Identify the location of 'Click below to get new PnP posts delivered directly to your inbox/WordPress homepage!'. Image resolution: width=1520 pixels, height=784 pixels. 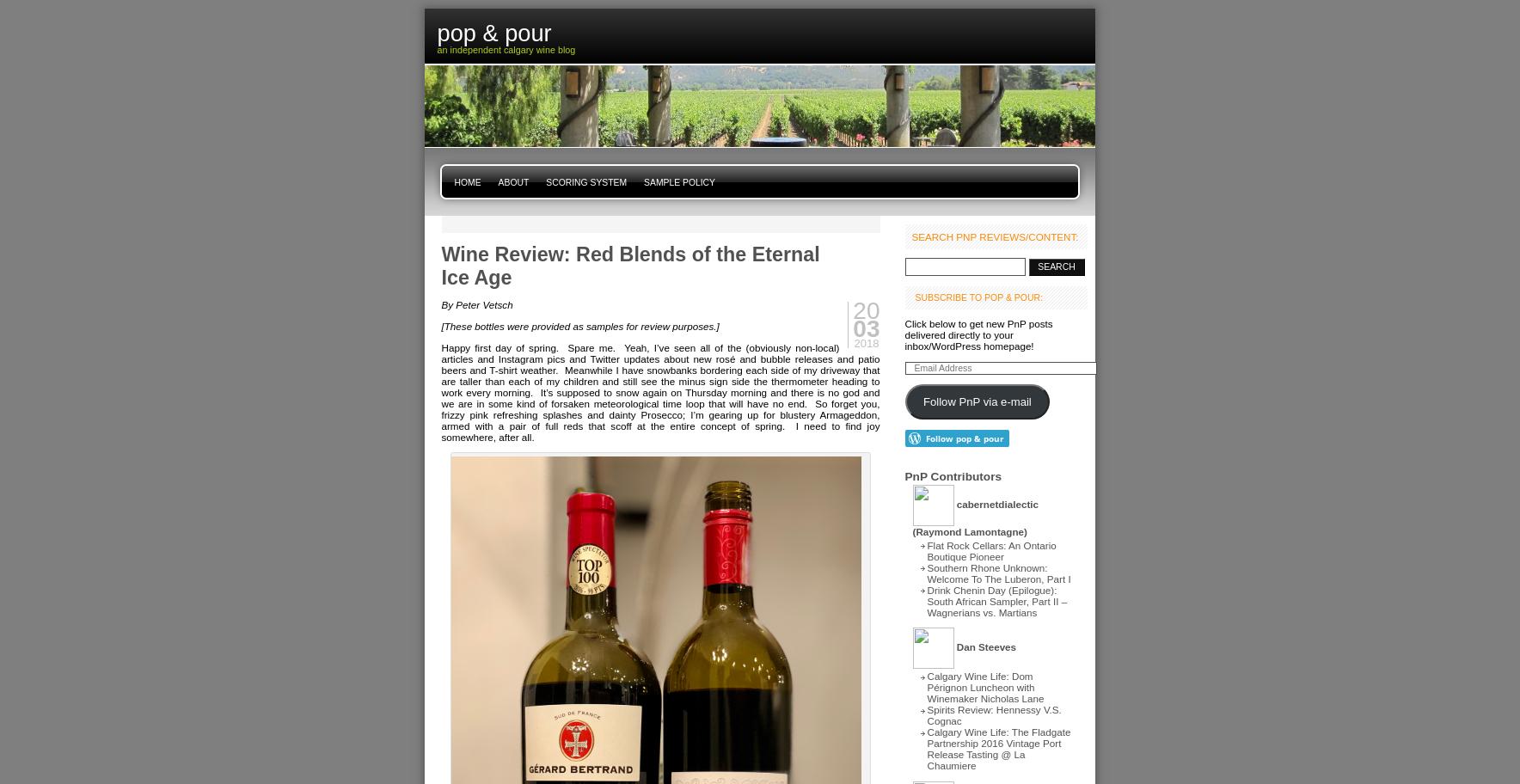
(978, 334).